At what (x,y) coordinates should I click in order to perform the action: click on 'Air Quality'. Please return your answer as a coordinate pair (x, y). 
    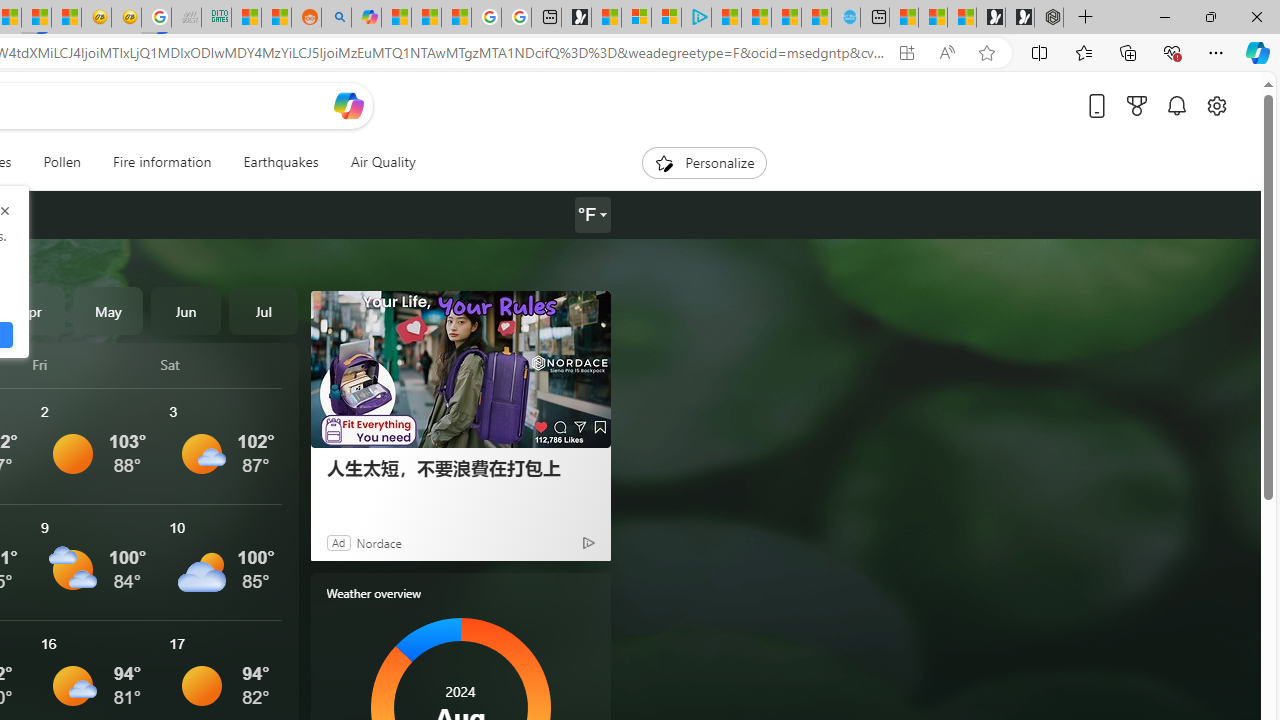
    Looking at the image, I should click on (382, 162).